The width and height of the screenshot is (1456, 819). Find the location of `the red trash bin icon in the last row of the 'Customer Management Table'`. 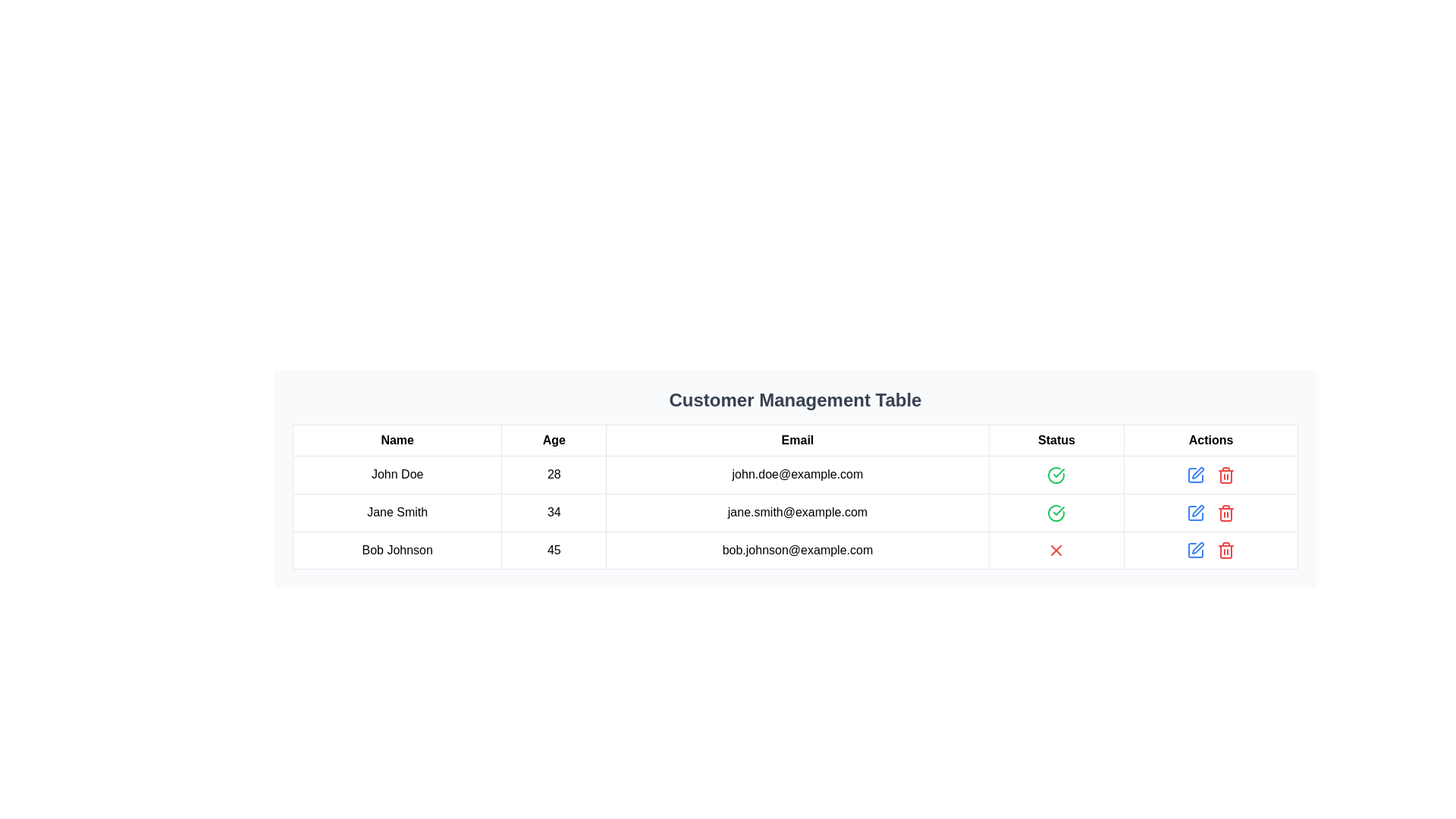

the red trash bin icon in the last row of the 'Customer Management Table' is located at coordinates (1226, 474).